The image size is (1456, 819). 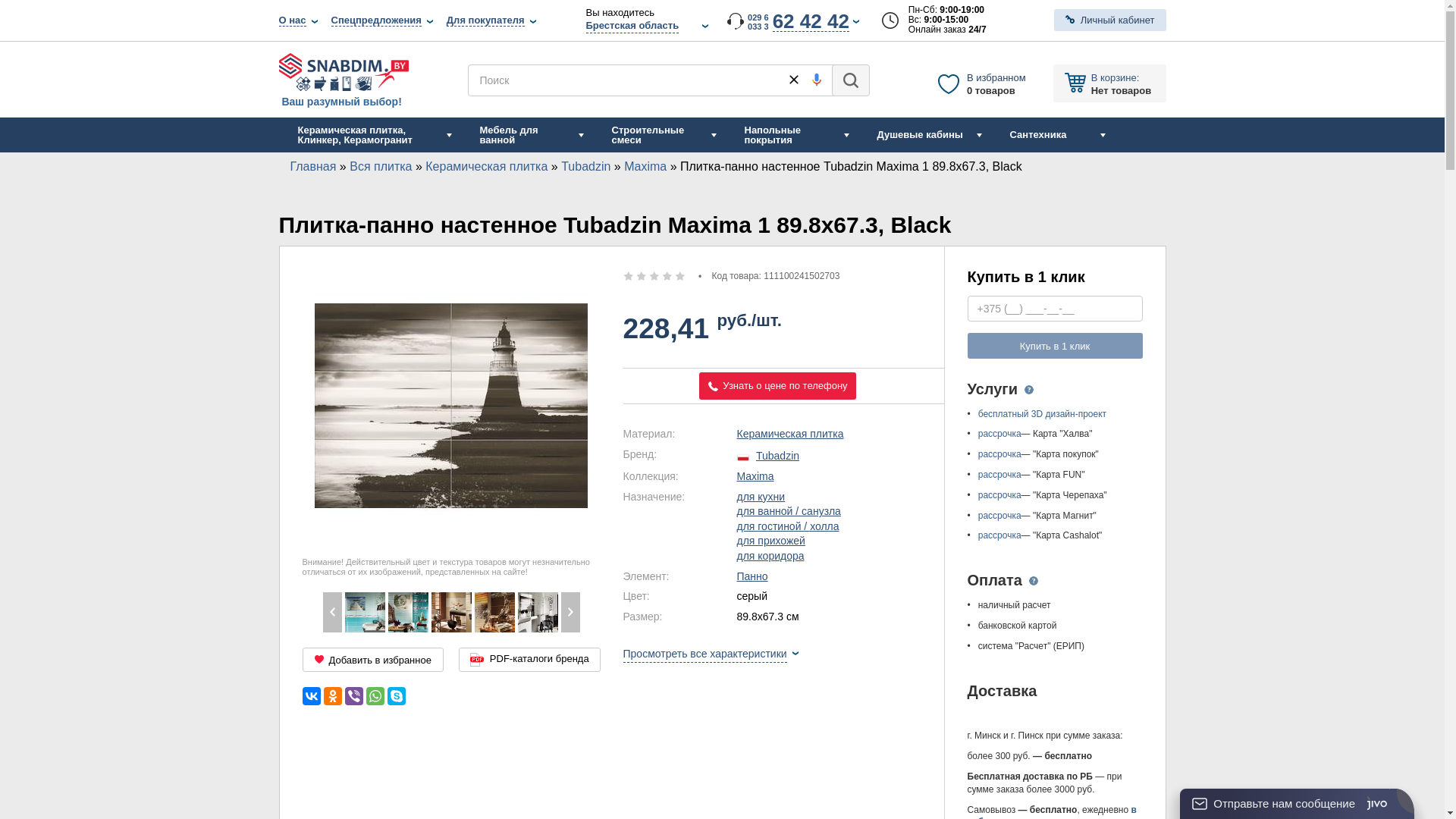 What do you see at coordinates (331, 611) in the screenshot?
I see `'Previous'` at bounding box center [331, 611].